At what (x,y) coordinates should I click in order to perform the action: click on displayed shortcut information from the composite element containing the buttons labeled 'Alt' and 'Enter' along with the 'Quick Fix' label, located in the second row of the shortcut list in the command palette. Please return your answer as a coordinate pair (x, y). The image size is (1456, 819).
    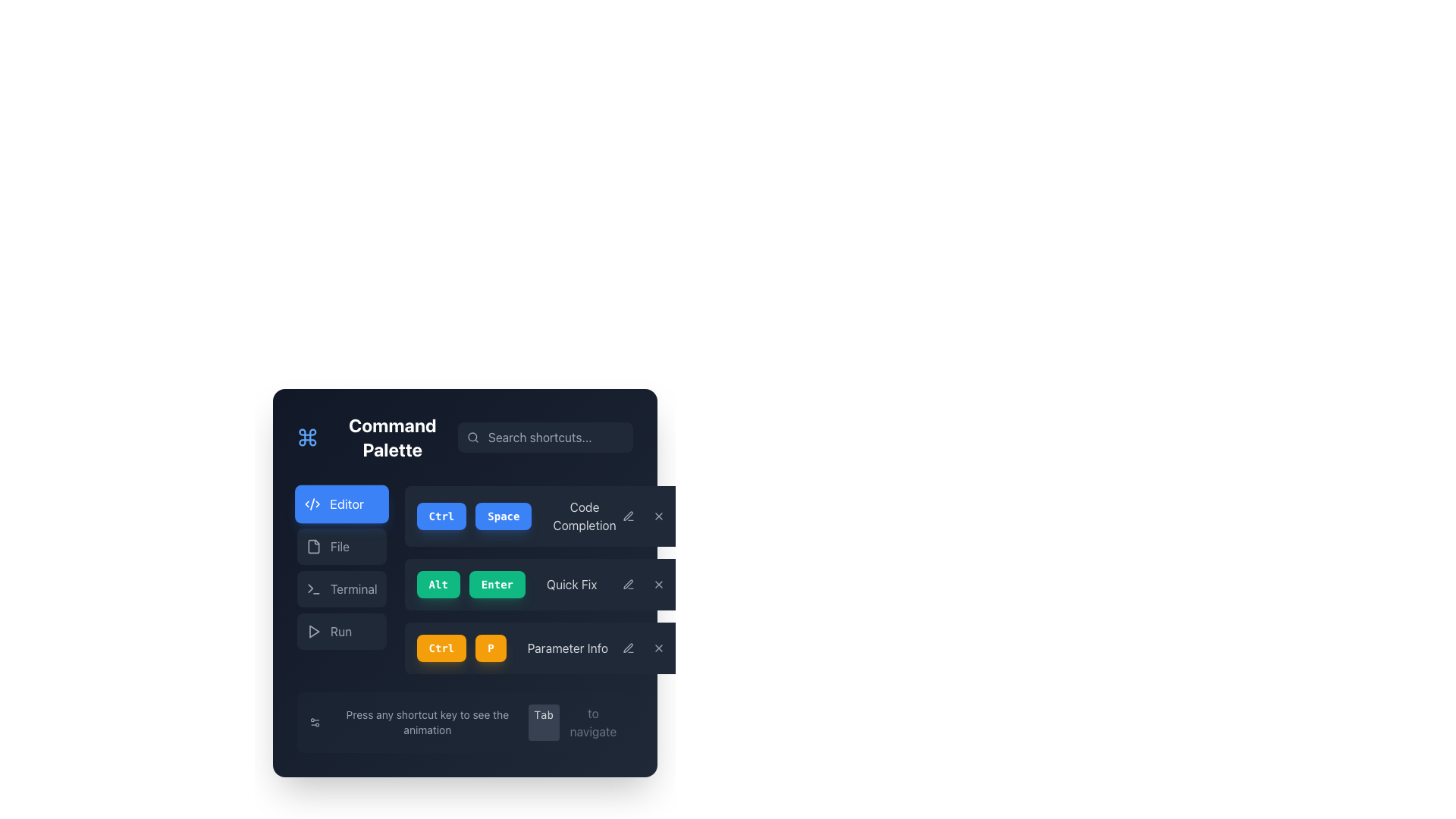
    Looking at the image, I should click on (507, 584).